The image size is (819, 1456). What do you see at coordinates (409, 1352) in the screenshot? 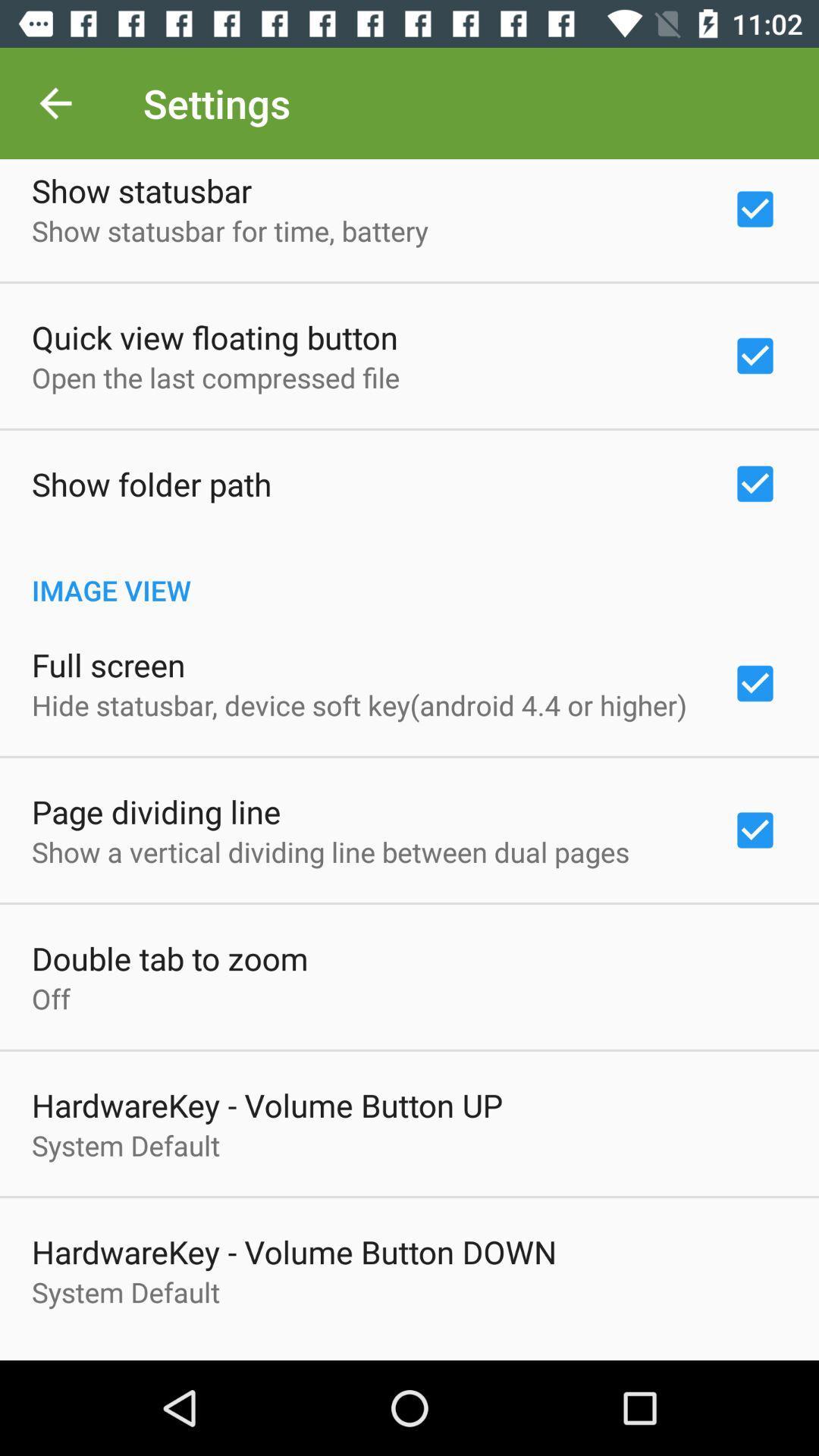
I see `item below system default` at bounding box center [409, 1352].